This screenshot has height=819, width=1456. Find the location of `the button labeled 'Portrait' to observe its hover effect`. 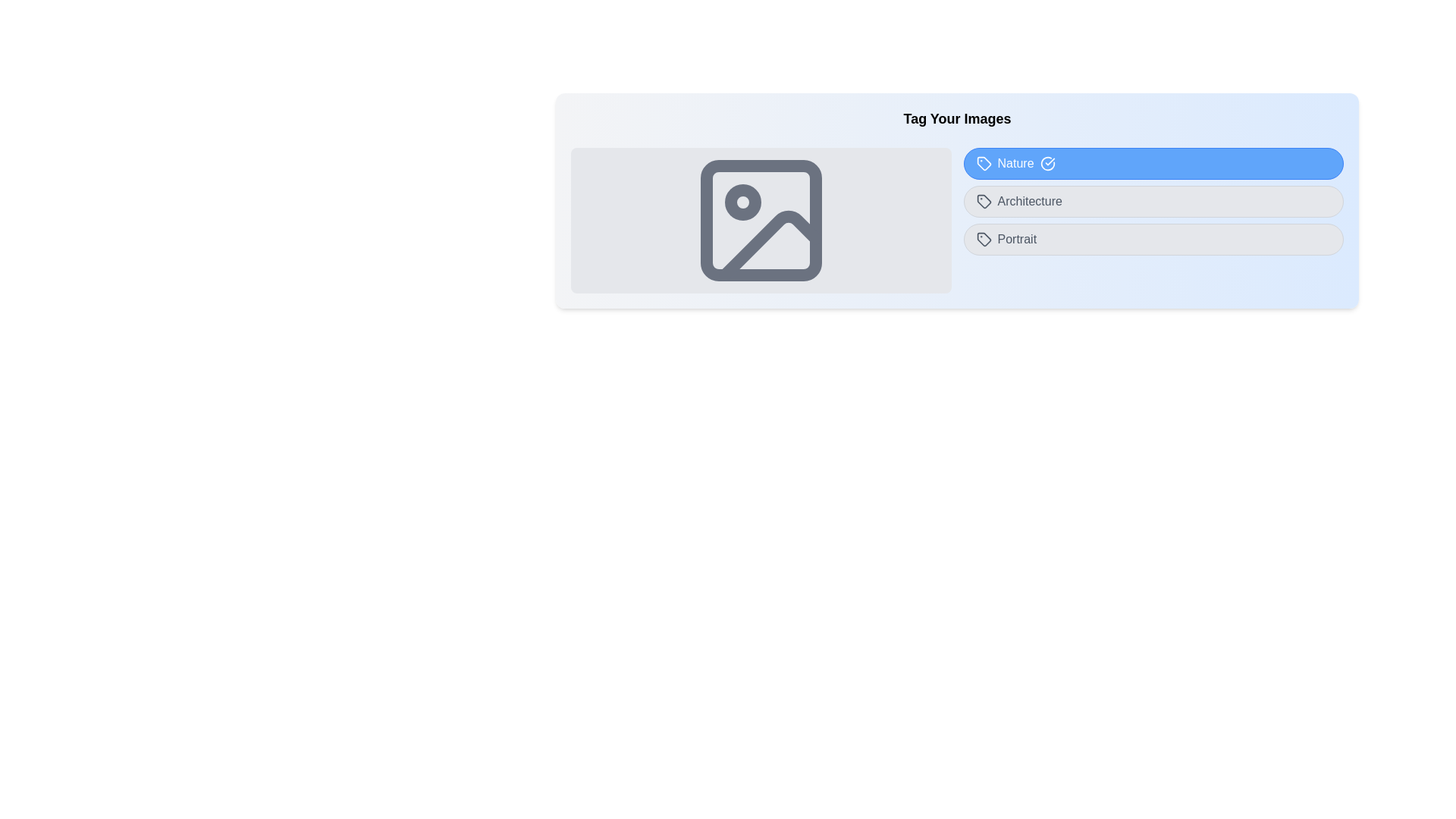

the button labeled 'Portrait' to observe its hover effect is located at coordinates (1153, 239).